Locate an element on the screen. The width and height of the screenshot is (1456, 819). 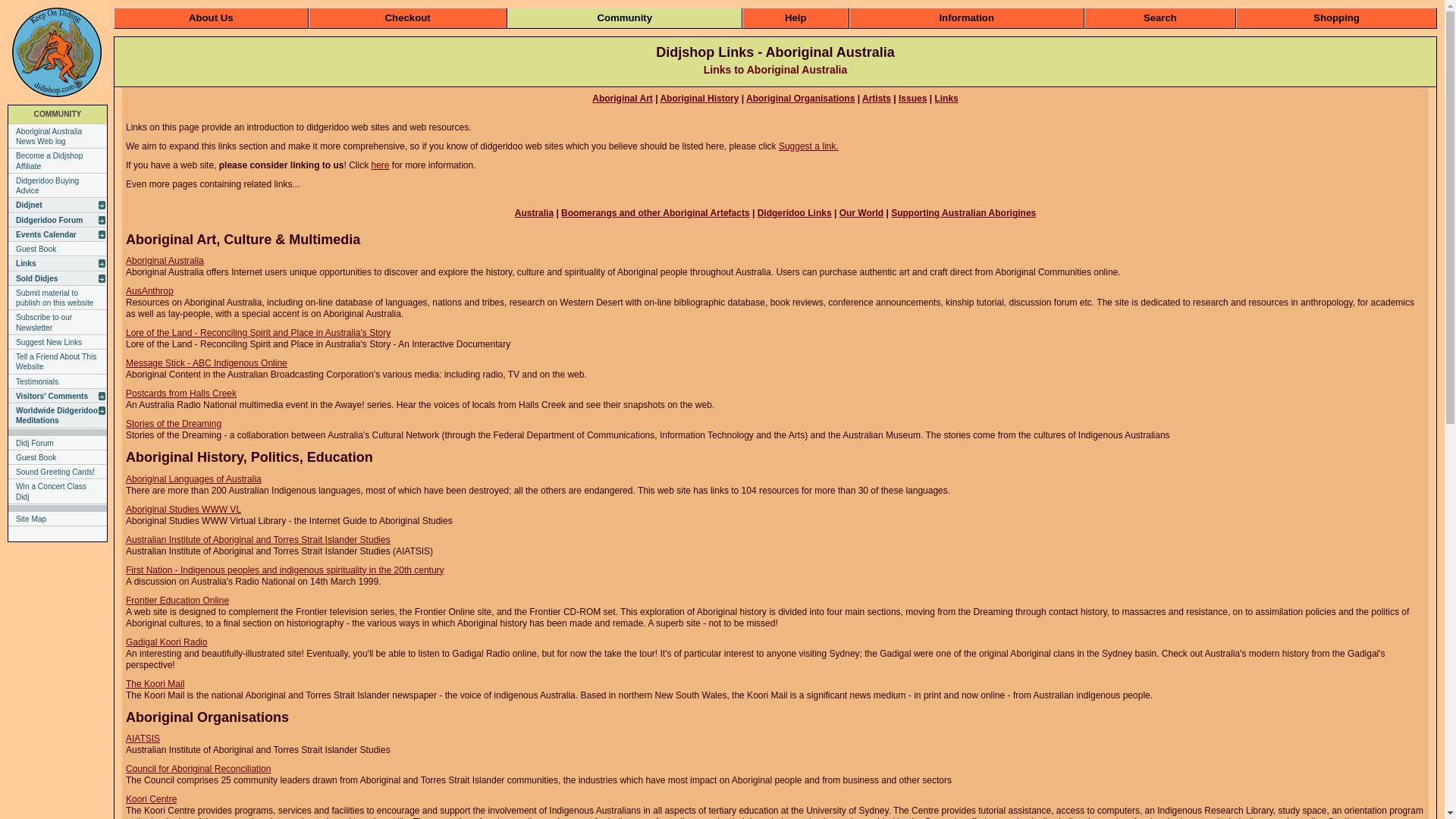
'About Us' is located at coordinates (210, 17).